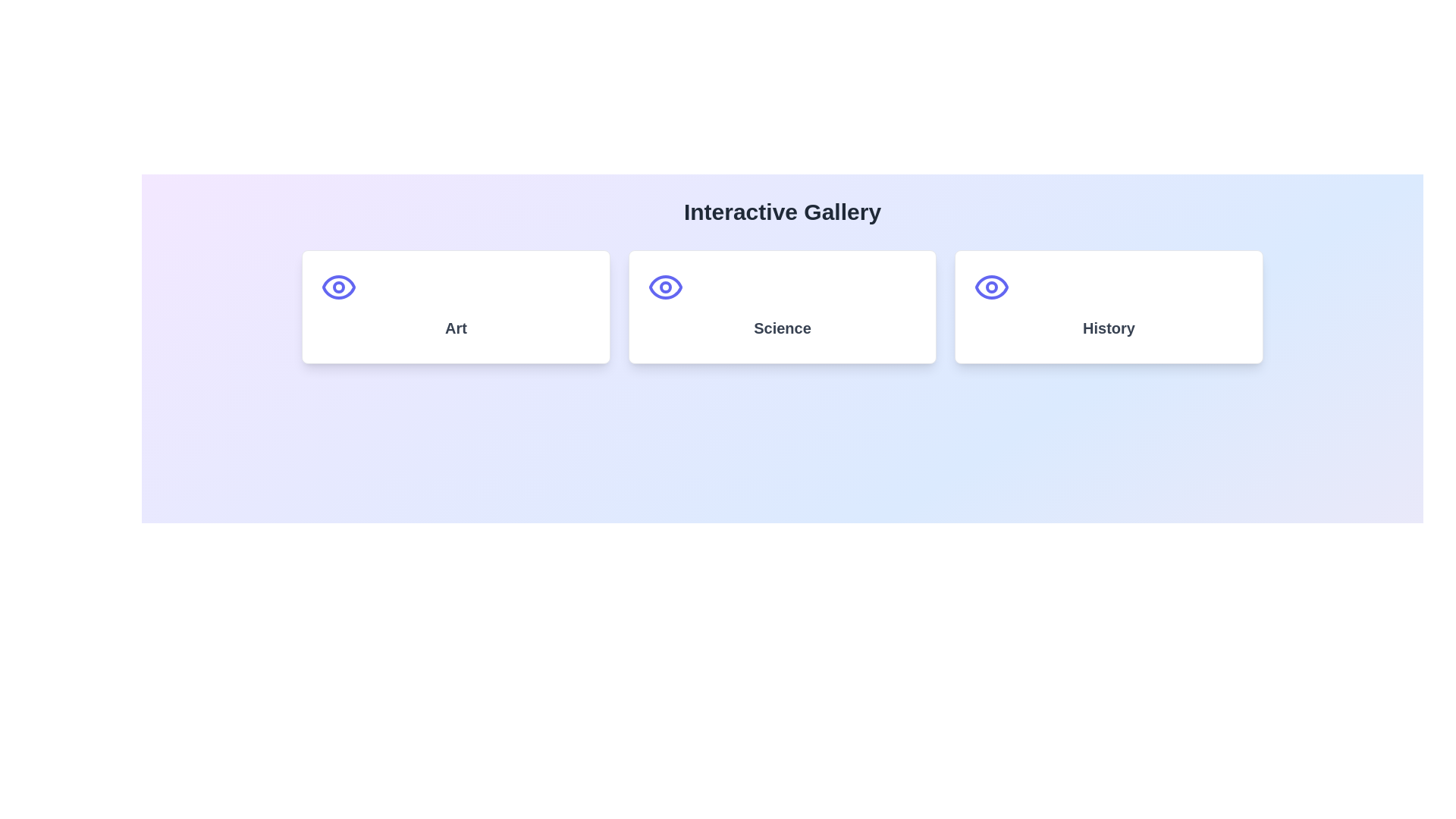  What do you see at coordinates (1109, 327) in the screenshot?
I see `the 'History' text label, which is a bold, larger font size in gray color, located below an eye-shaped icon in the Interactive Gallery section of the card layout` at bounding box center [1109, 327].